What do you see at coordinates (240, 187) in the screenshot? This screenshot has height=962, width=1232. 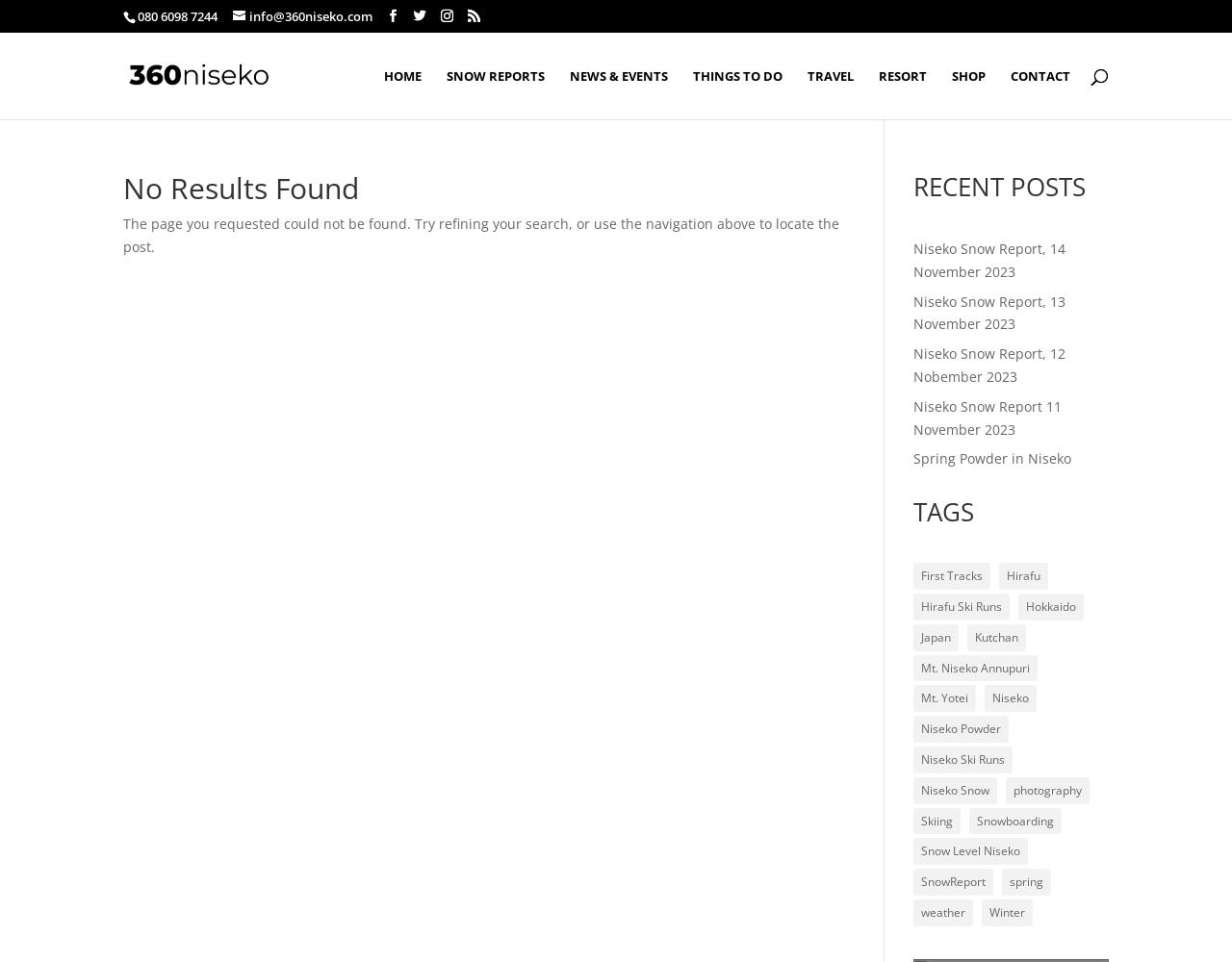 I see `'No Results Found'` at bounding box center [240, 187].